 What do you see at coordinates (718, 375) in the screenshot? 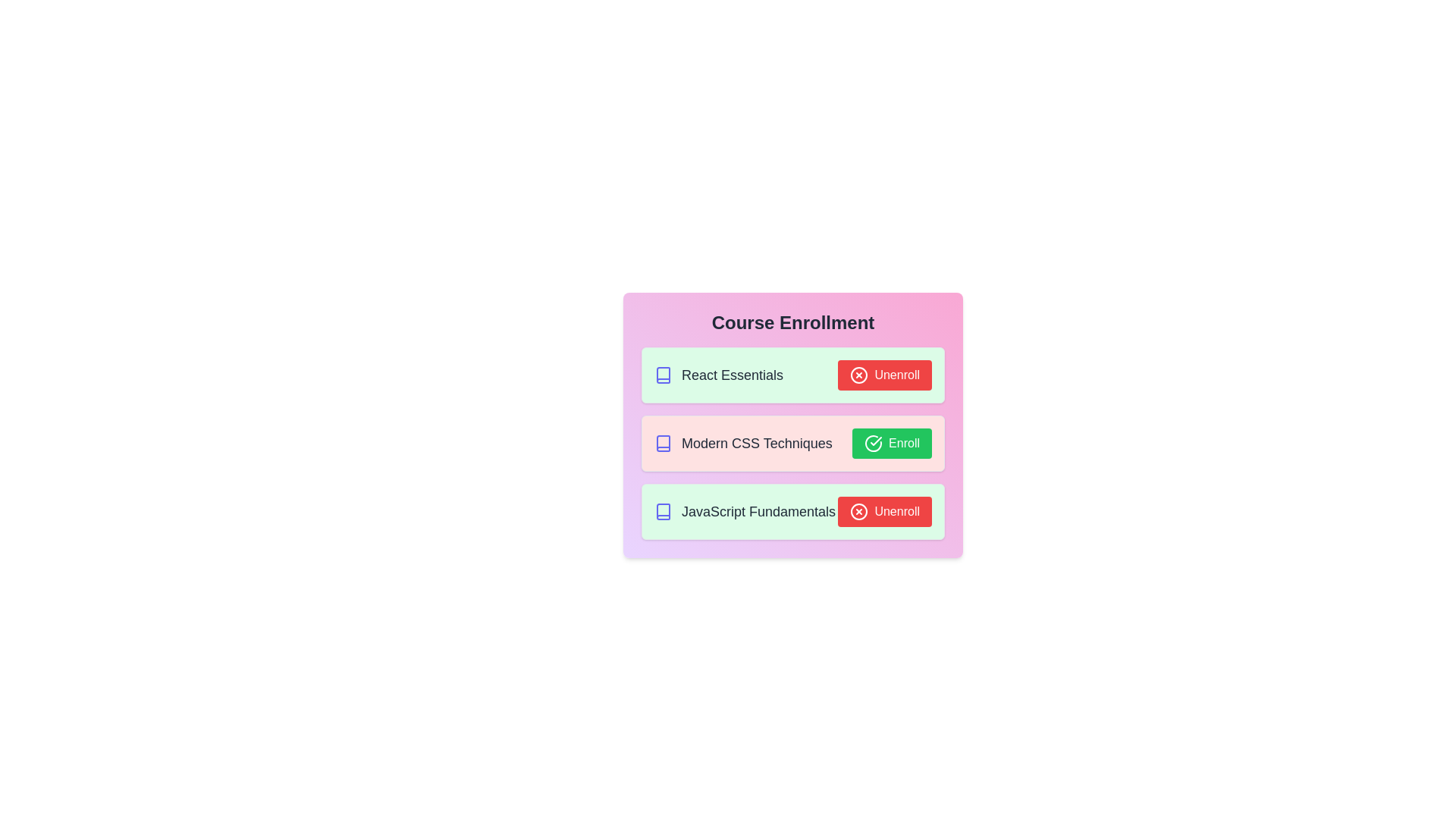
I see `the course title React Essentials to select it` at bounding box center [718, 375].